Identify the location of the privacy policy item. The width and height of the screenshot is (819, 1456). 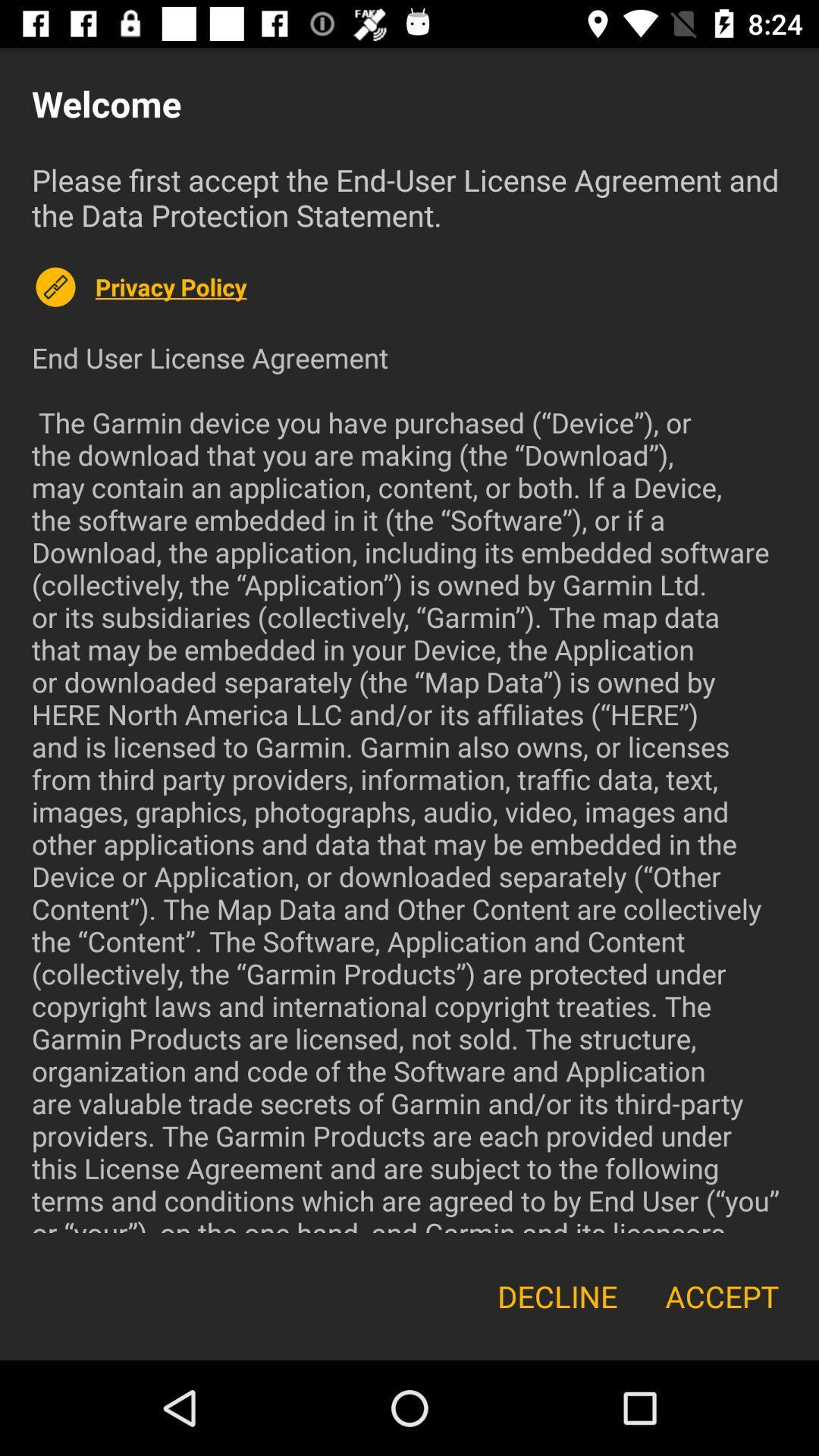
(441, 287).